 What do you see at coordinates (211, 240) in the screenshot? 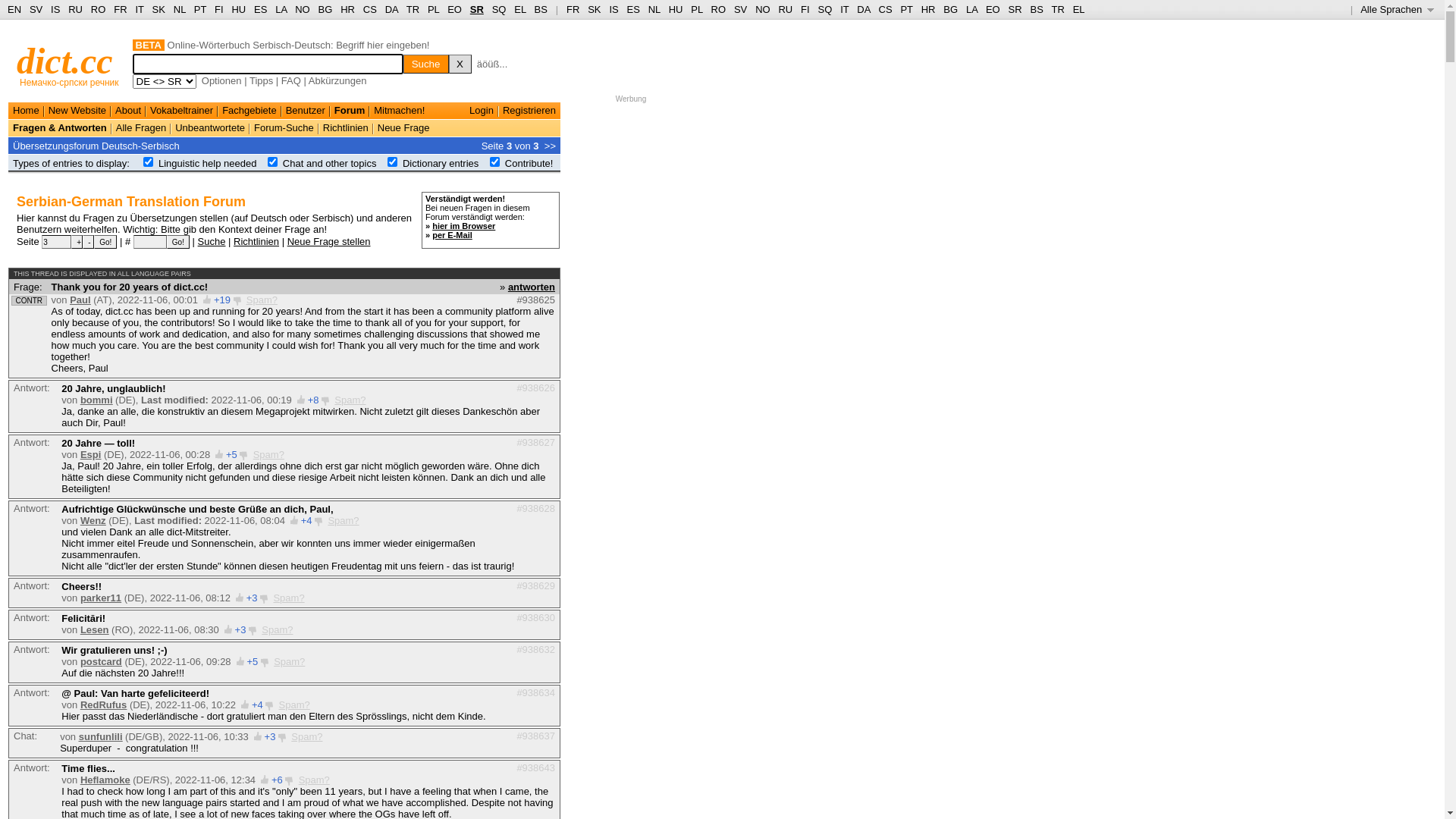
I see `'Suche'` at bounding box center [211, 240].